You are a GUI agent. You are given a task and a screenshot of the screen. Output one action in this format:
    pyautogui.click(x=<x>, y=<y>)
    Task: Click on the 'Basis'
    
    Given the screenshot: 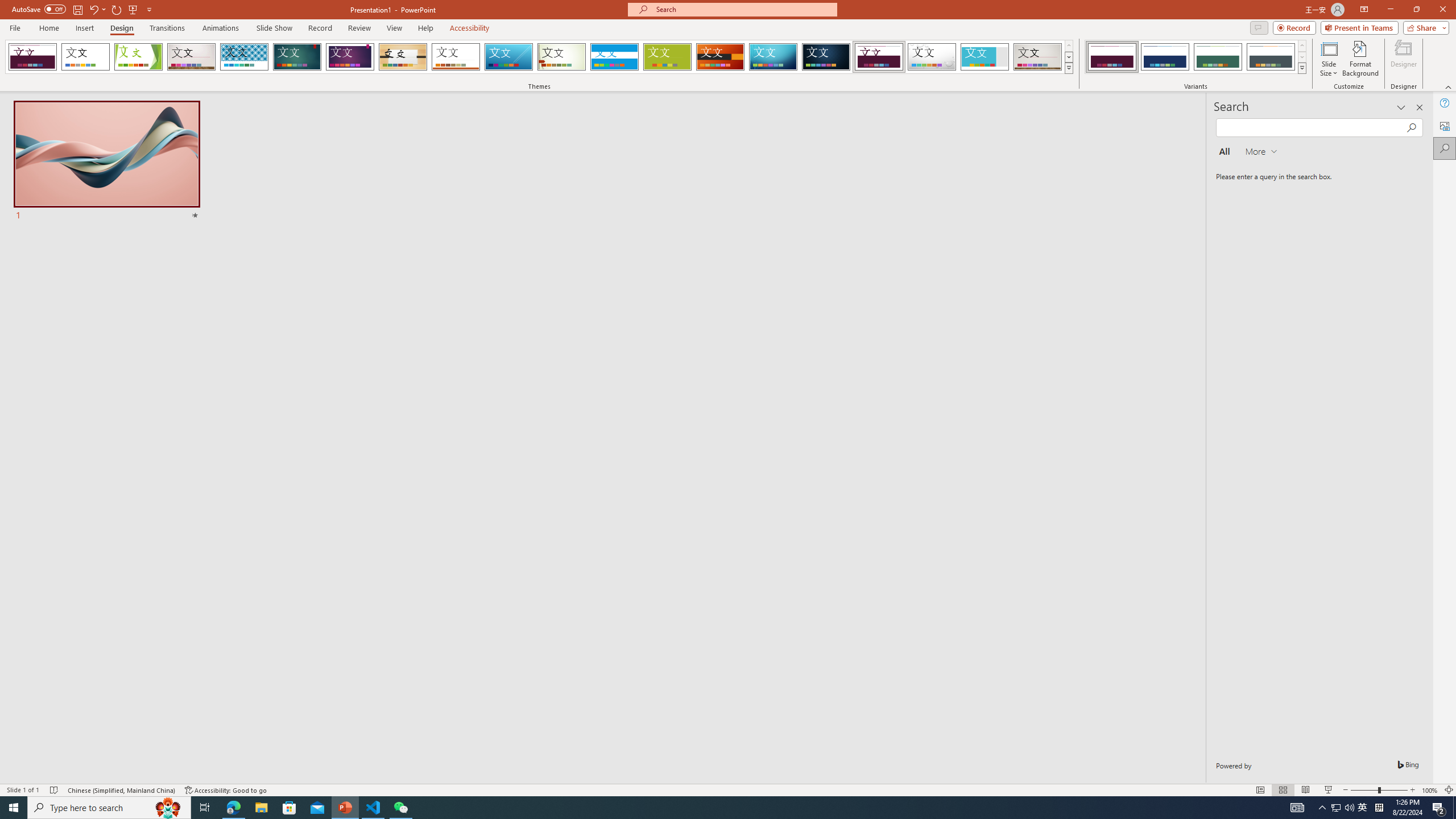 What is the action you would take?
    pyautogui.click(x=667, y=56)
    